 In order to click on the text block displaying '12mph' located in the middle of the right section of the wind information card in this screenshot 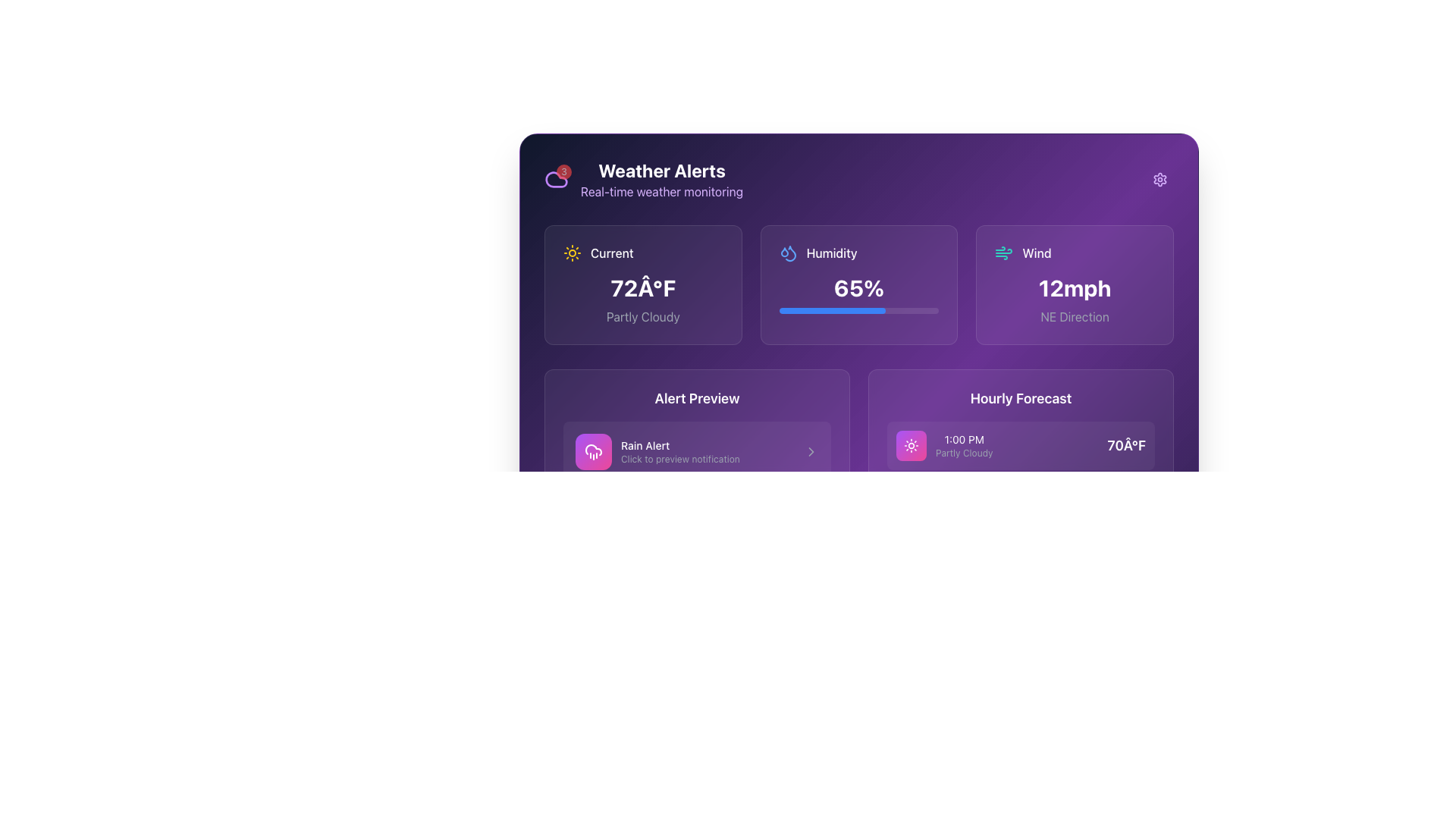, I will do `click(1074, 288)`.